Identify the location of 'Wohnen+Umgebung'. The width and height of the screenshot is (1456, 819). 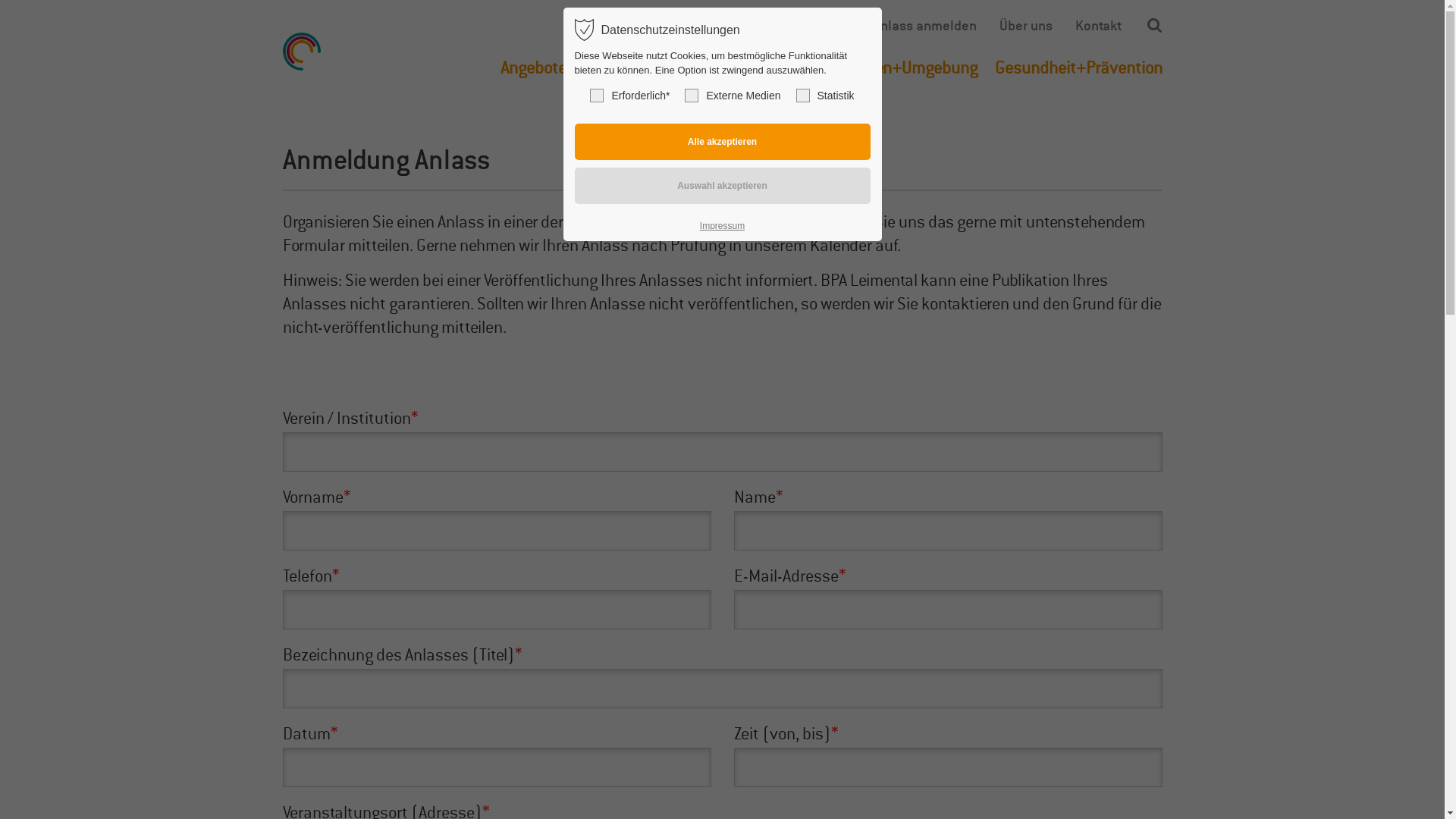
(906, 67).